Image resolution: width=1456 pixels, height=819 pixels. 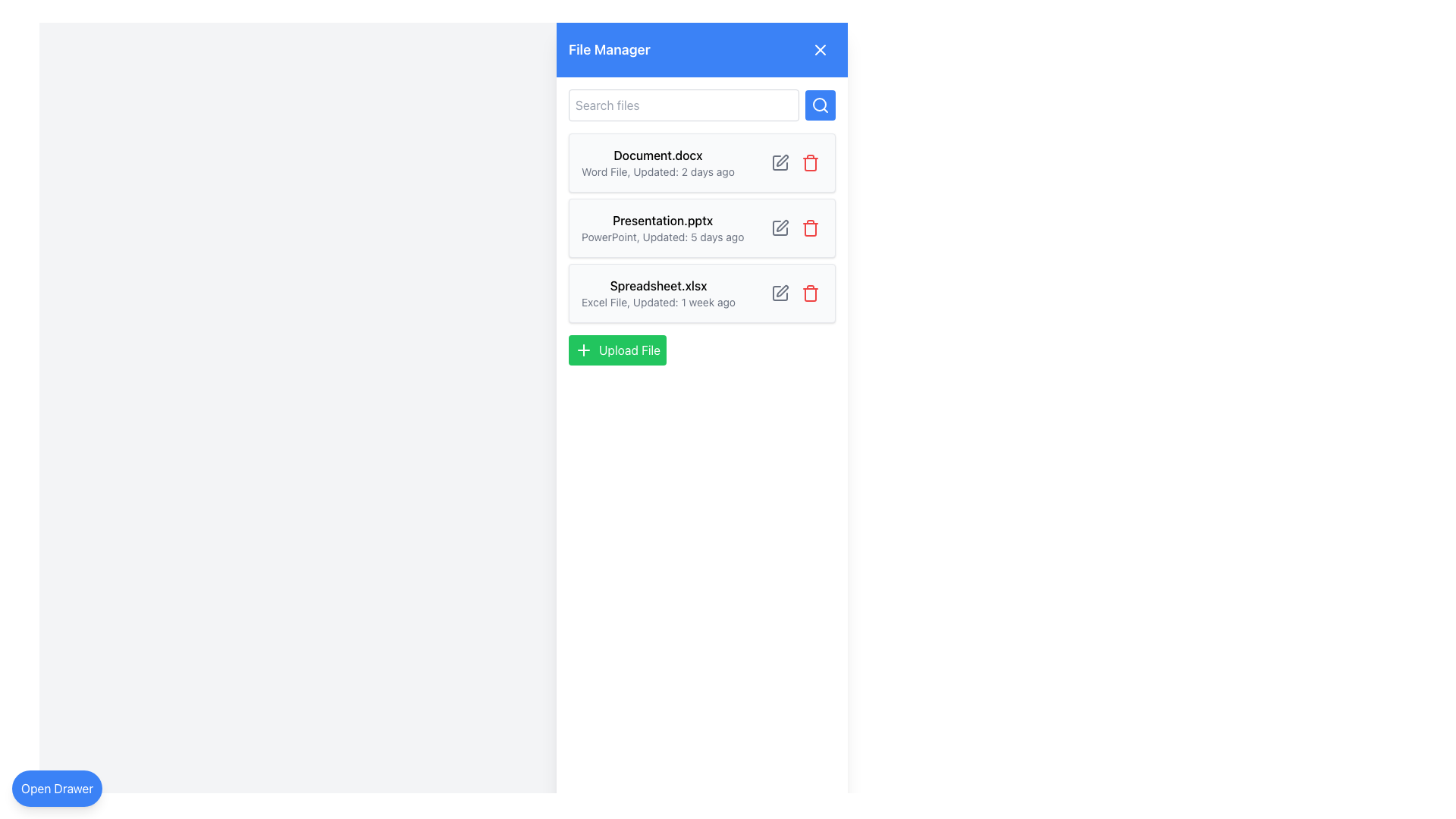 What do you see at coordinates (780, 293) in the screenshot?
I see `the gray circular icon button with a pencil illustration located on the right side of the file listing for 'Spreadsheet.xlsx'` at bounding box center [780, 293].